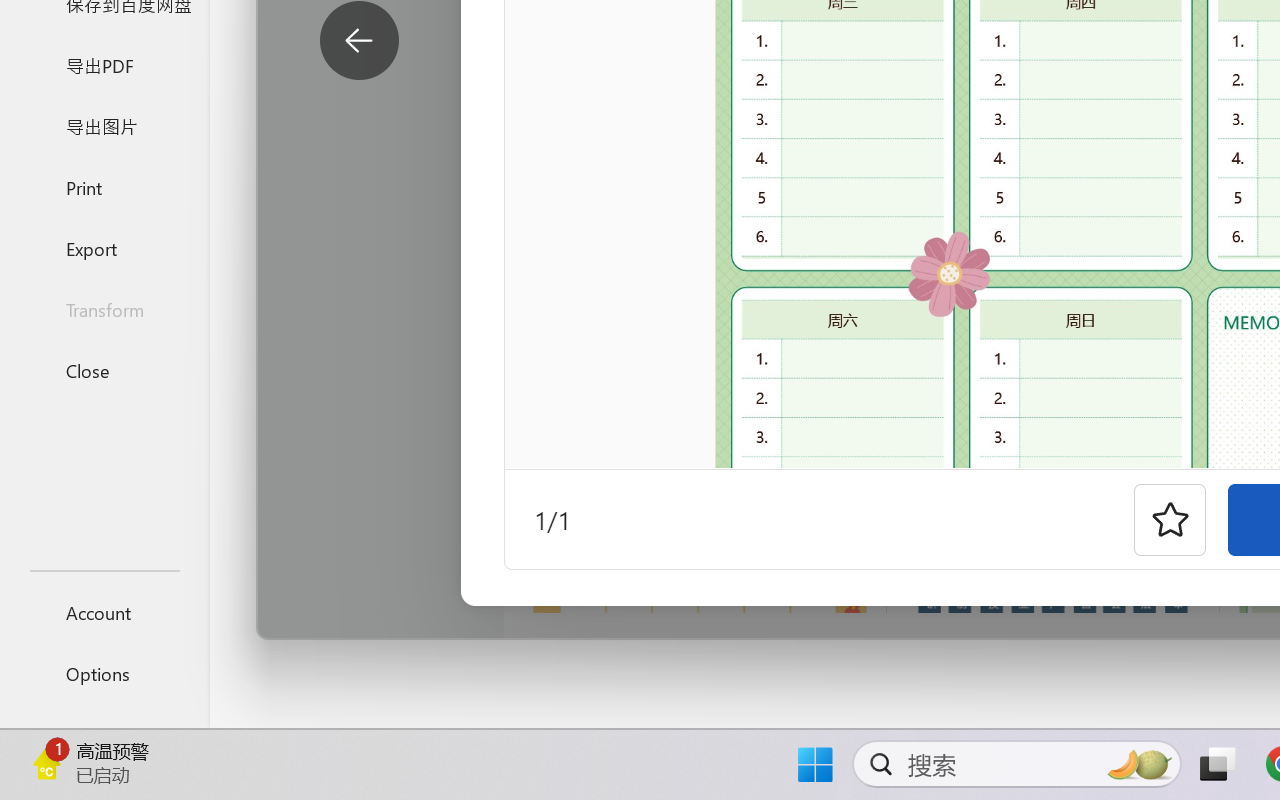 This screenshot has height=800, width=1280. What do you see at coordinates (103, 247) in the screenshot?
I see `'Export'` at bounding box center [103, 247].